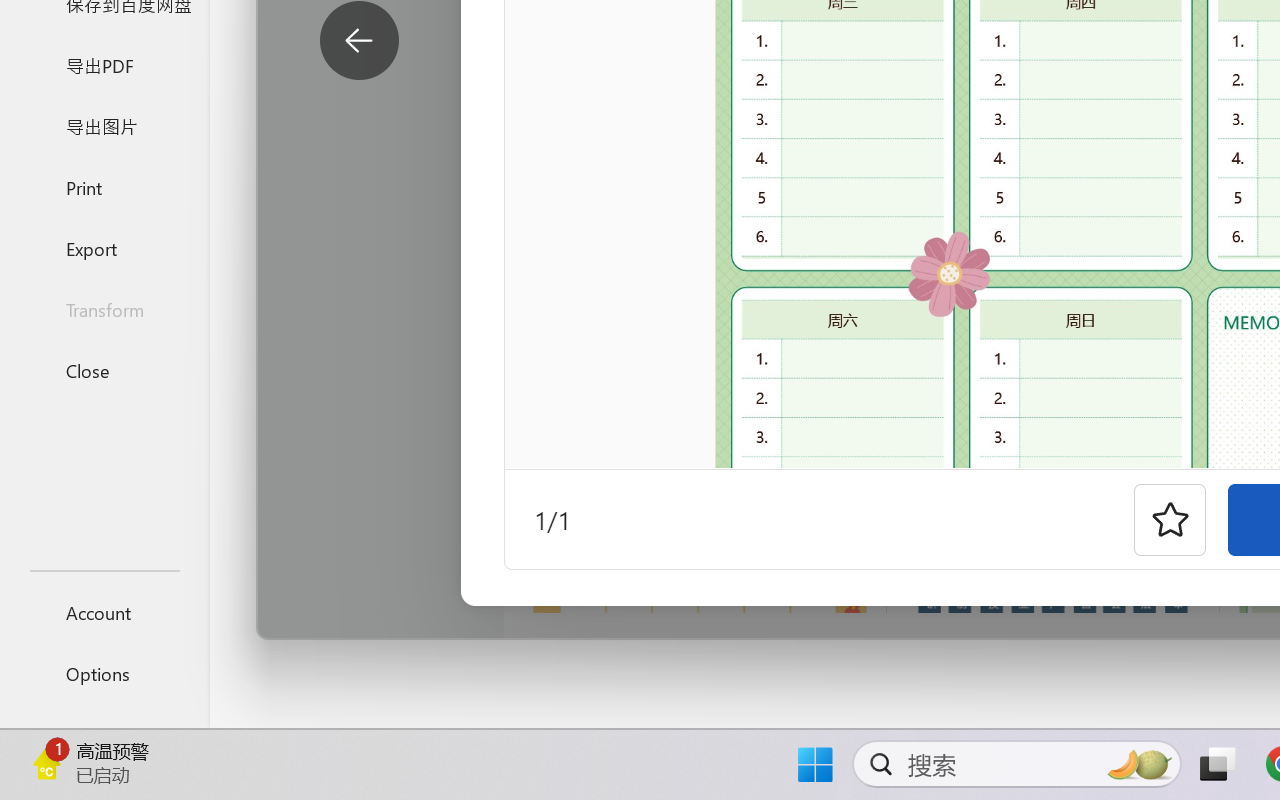 This screenshot has height=800, width=1280. What do you see at coordinates (103, 247) in the screenshot?
I see `'Export'` at bounding box center [103, 247].